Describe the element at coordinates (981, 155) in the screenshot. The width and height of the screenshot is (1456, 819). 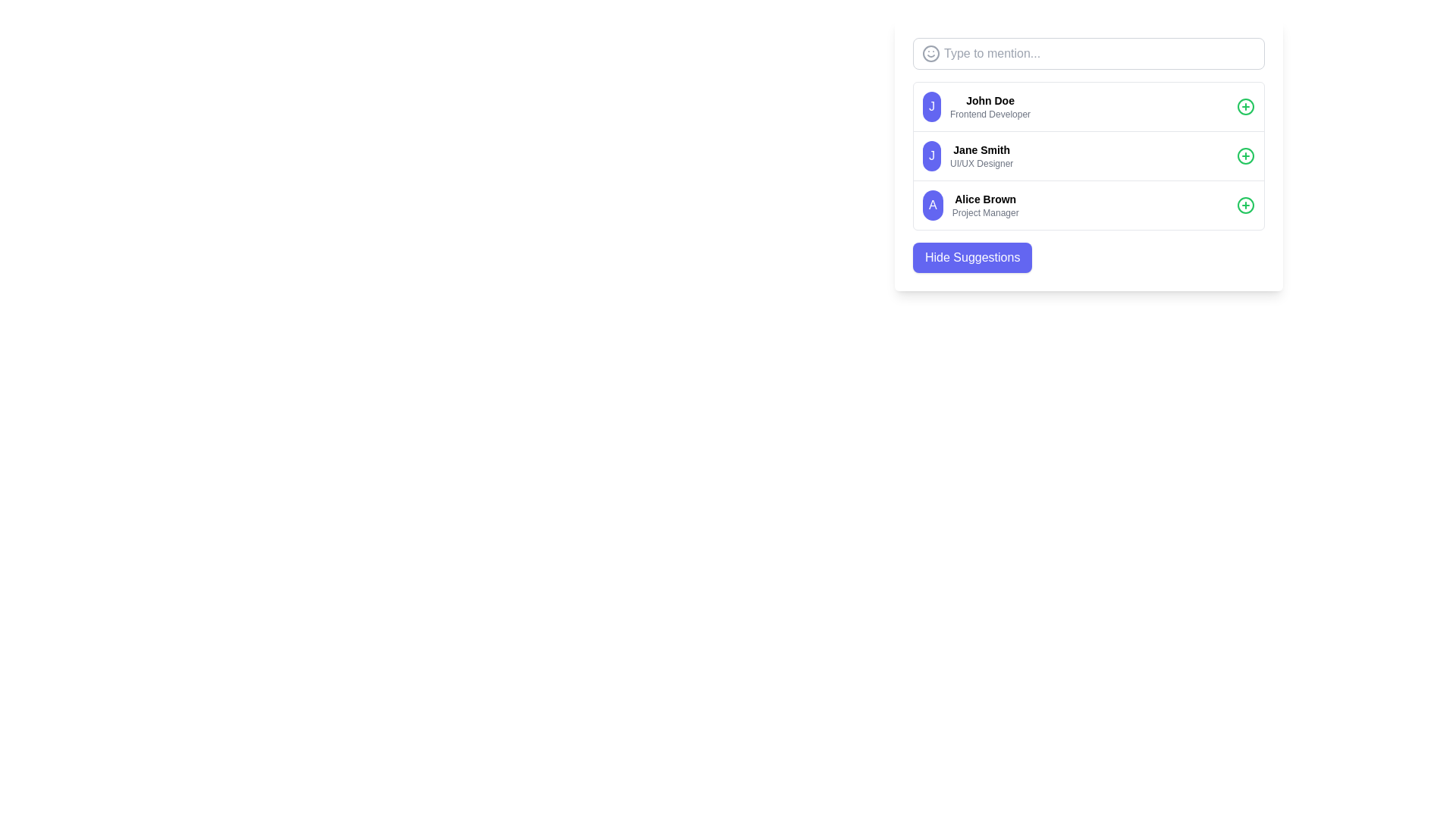
I see `the Text element displaying 'Jane Smith' and 'UI/UX Designer'` at that location.